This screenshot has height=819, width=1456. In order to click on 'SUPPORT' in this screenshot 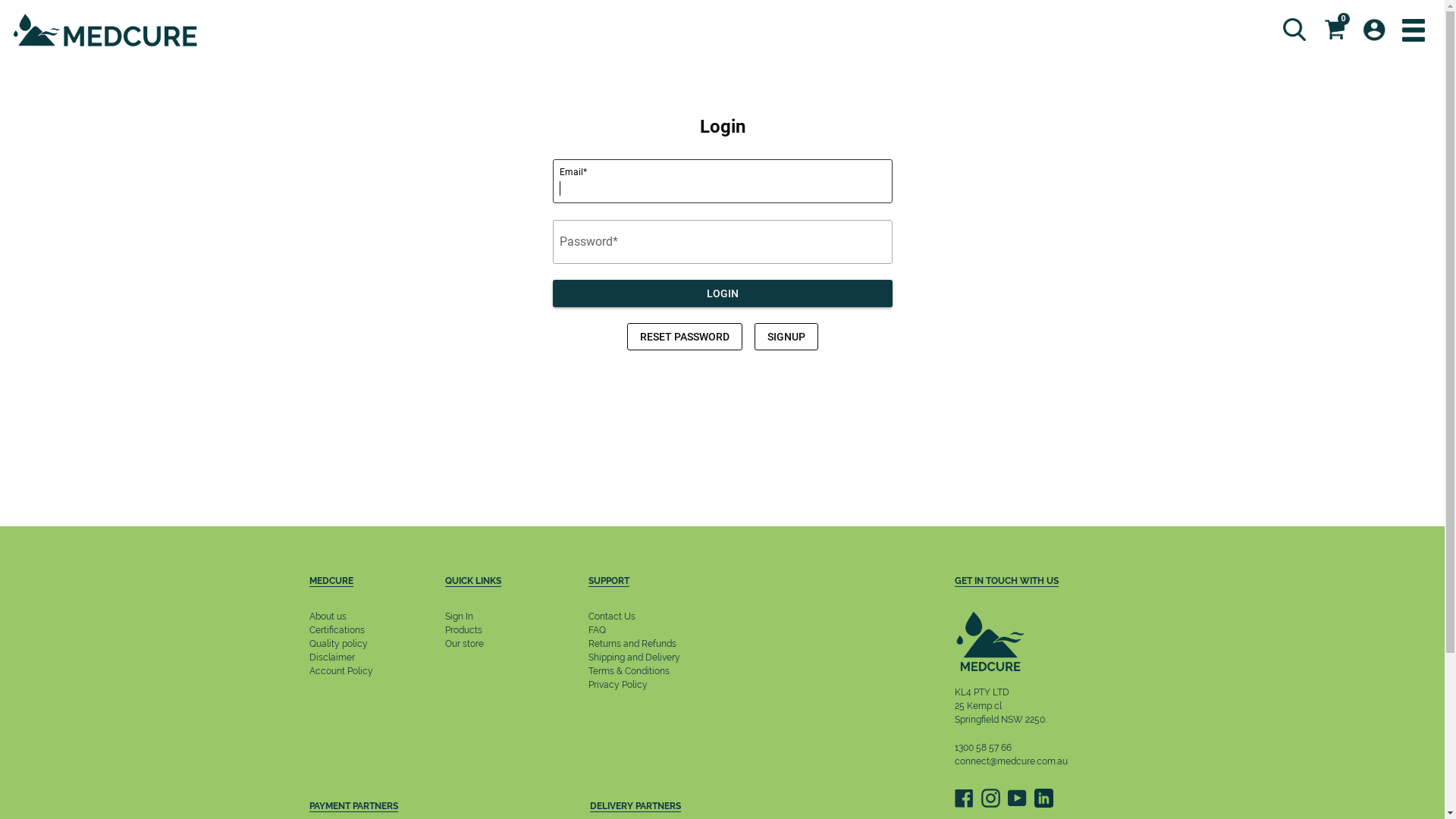, I will do `click(645, 582)`.